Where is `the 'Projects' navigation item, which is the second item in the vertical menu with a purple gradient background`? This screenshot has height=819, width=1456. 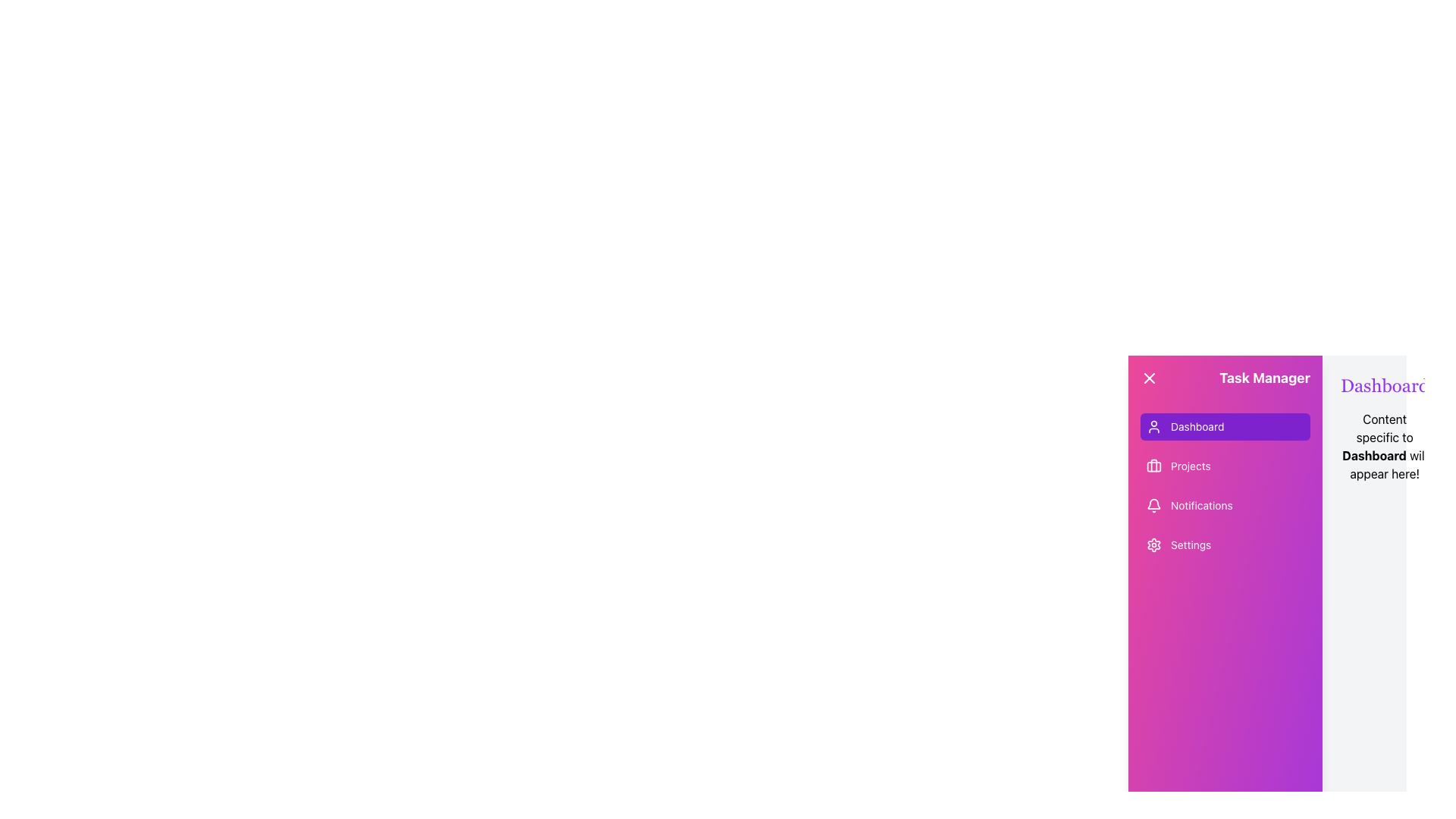
the 'Projects' navigation item, which is the second item in the vertical menu with a purple gradient background is located at coordinates (1225, 465).